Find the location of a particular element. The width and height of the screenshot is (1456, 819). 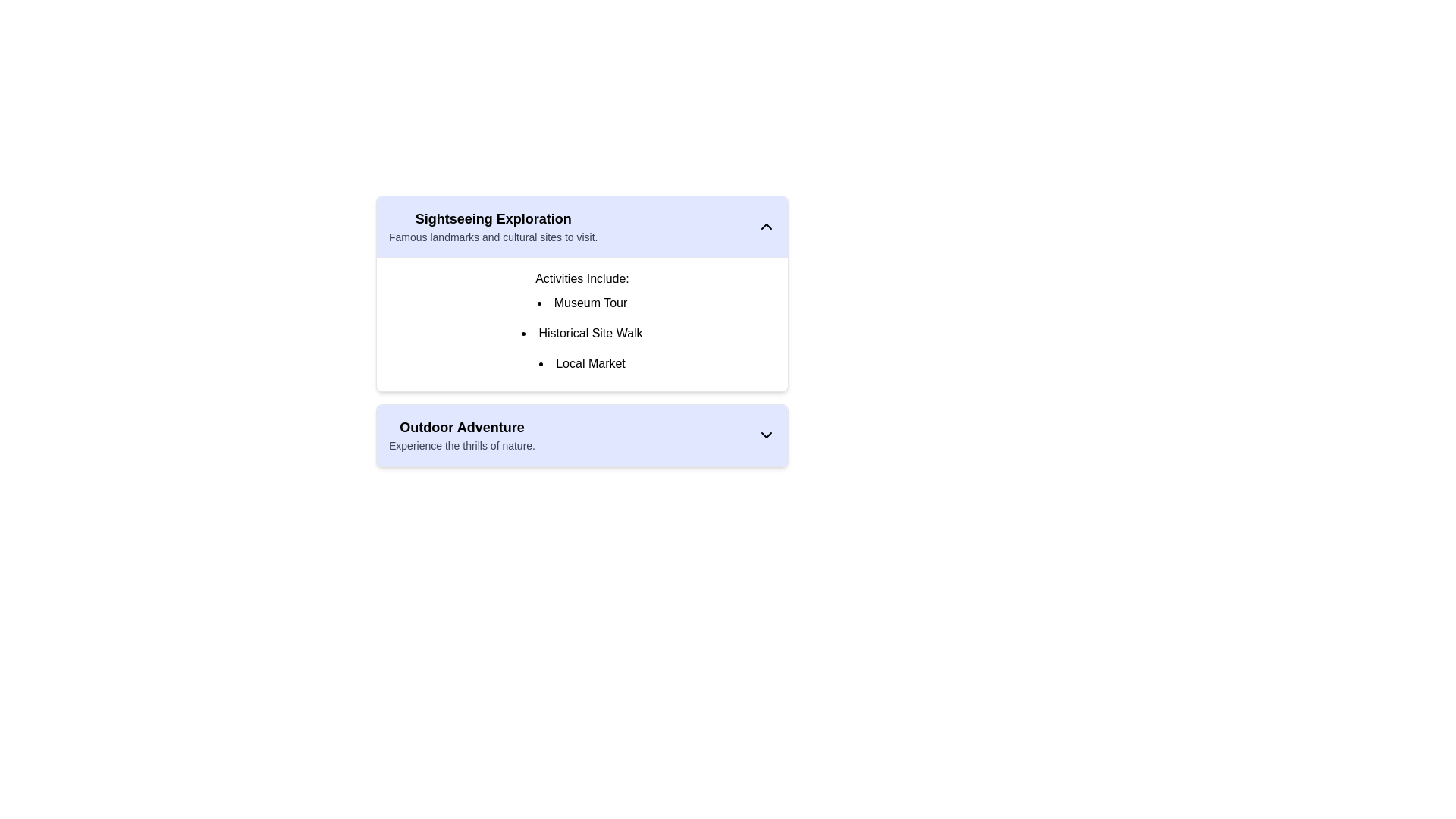

text of the third list item, 'Local Market', which is part of the 'Sightseeing Exploration' activities section is located at coordinates (582, 363).